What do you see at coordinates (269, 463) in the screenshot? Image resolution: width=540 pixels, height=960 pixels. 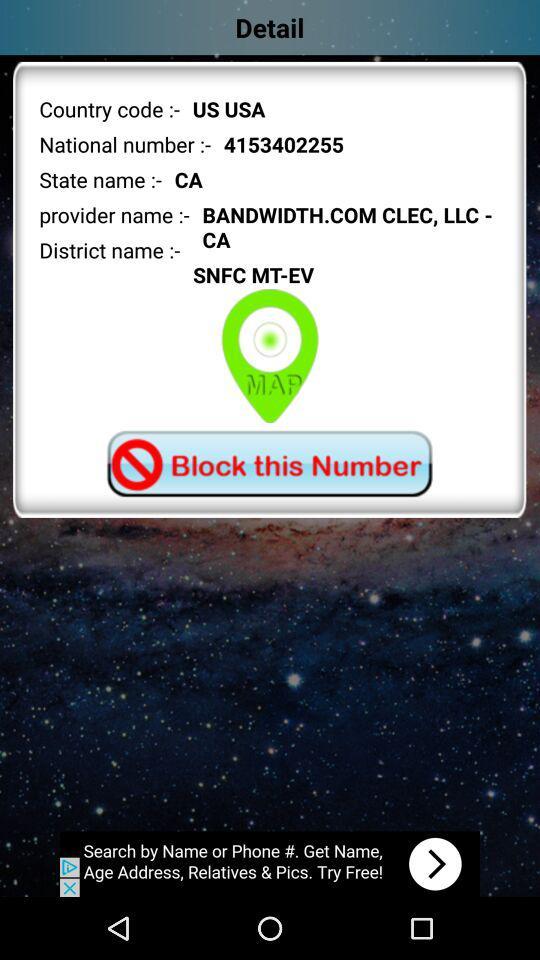 I see `number block box` at bounding box center [269, 463].